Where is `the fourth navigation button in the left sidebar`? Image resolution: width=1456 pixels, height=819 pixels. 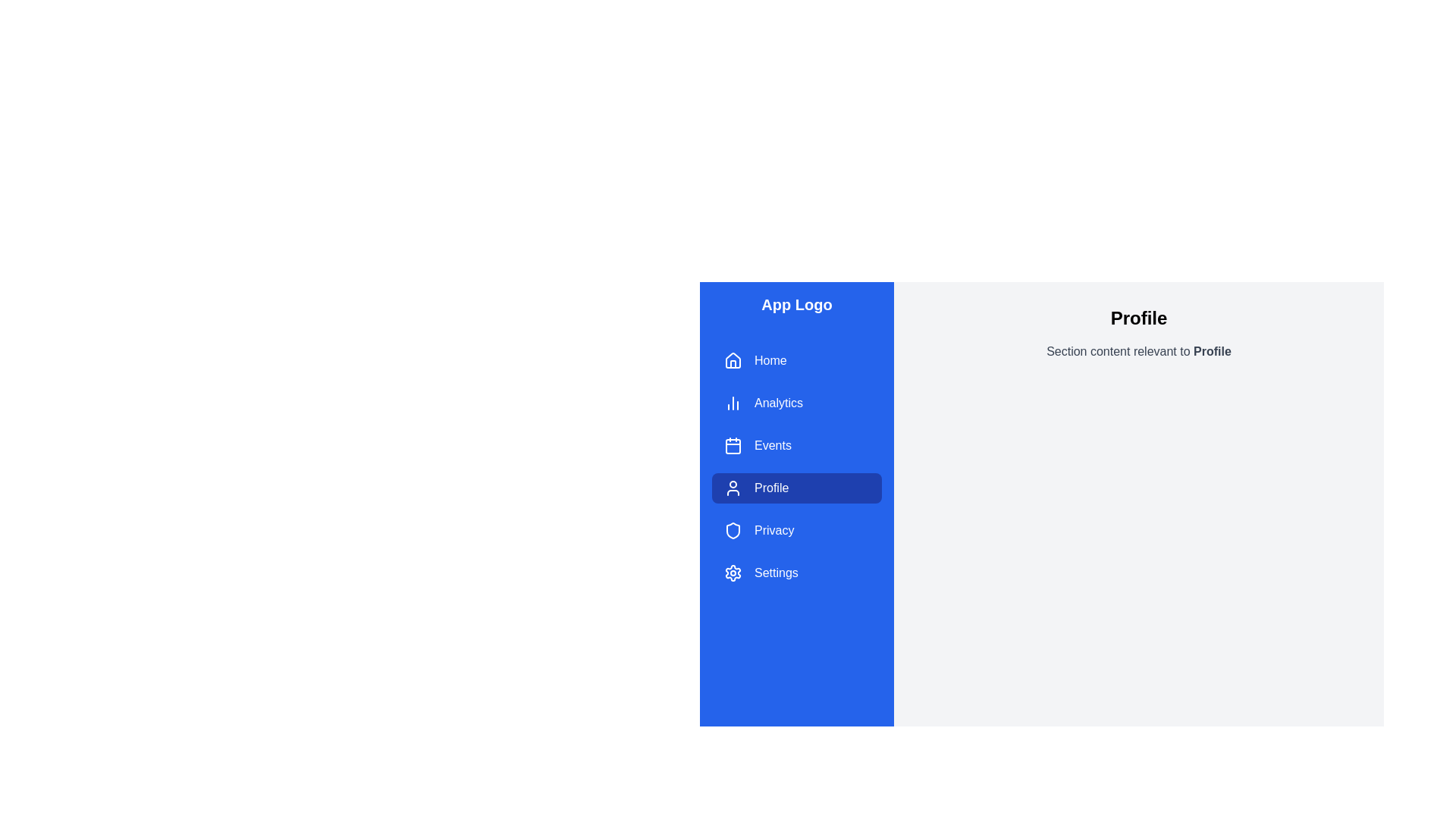 the fourth navigation button in the left sidebar is located at coordinates (796, 488).